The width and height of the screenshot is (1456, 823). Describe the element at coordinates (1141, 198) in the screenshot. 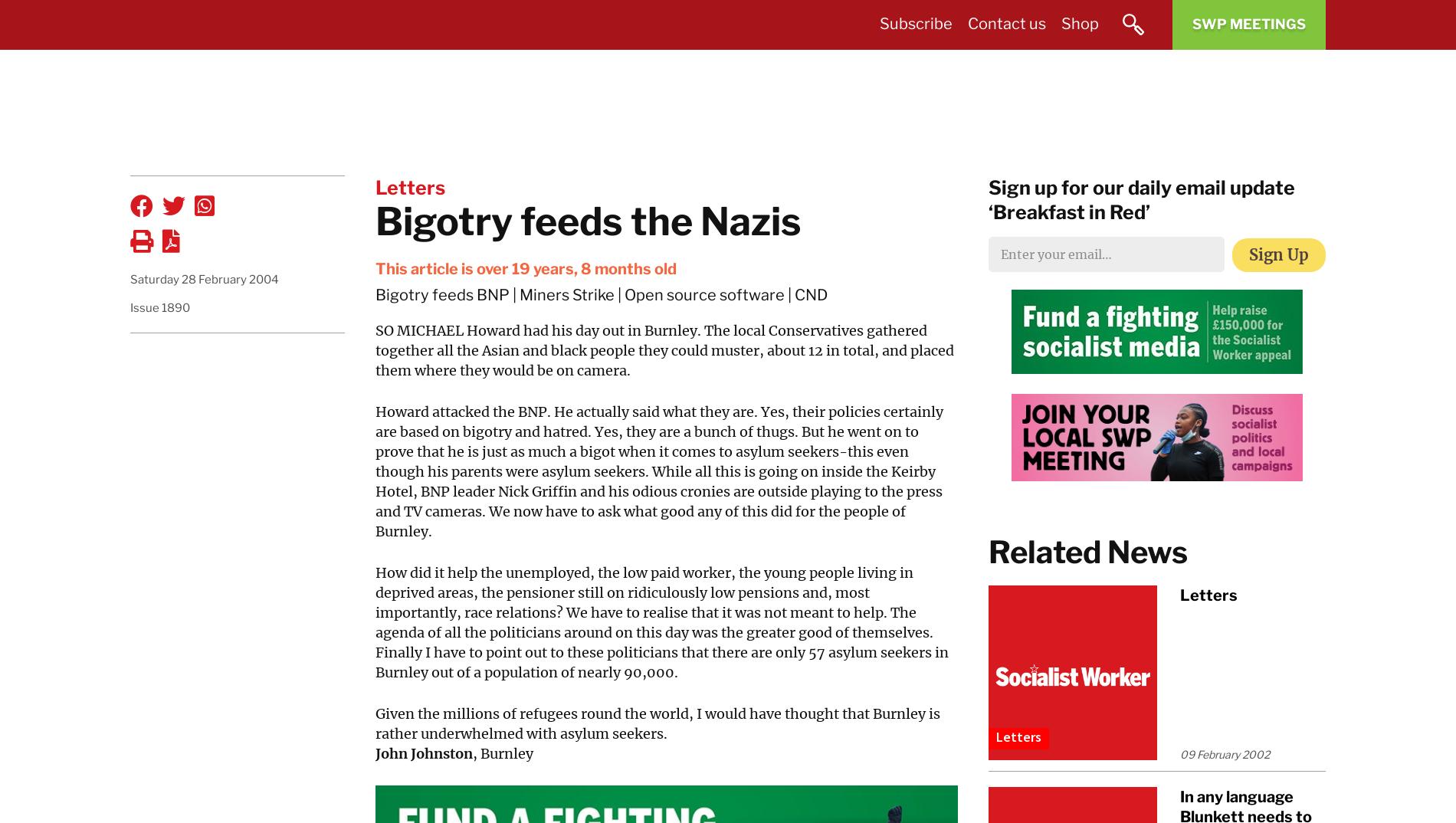

I see `'Sign up for our daily email update ‘Breakfast in Red’'` at that location.